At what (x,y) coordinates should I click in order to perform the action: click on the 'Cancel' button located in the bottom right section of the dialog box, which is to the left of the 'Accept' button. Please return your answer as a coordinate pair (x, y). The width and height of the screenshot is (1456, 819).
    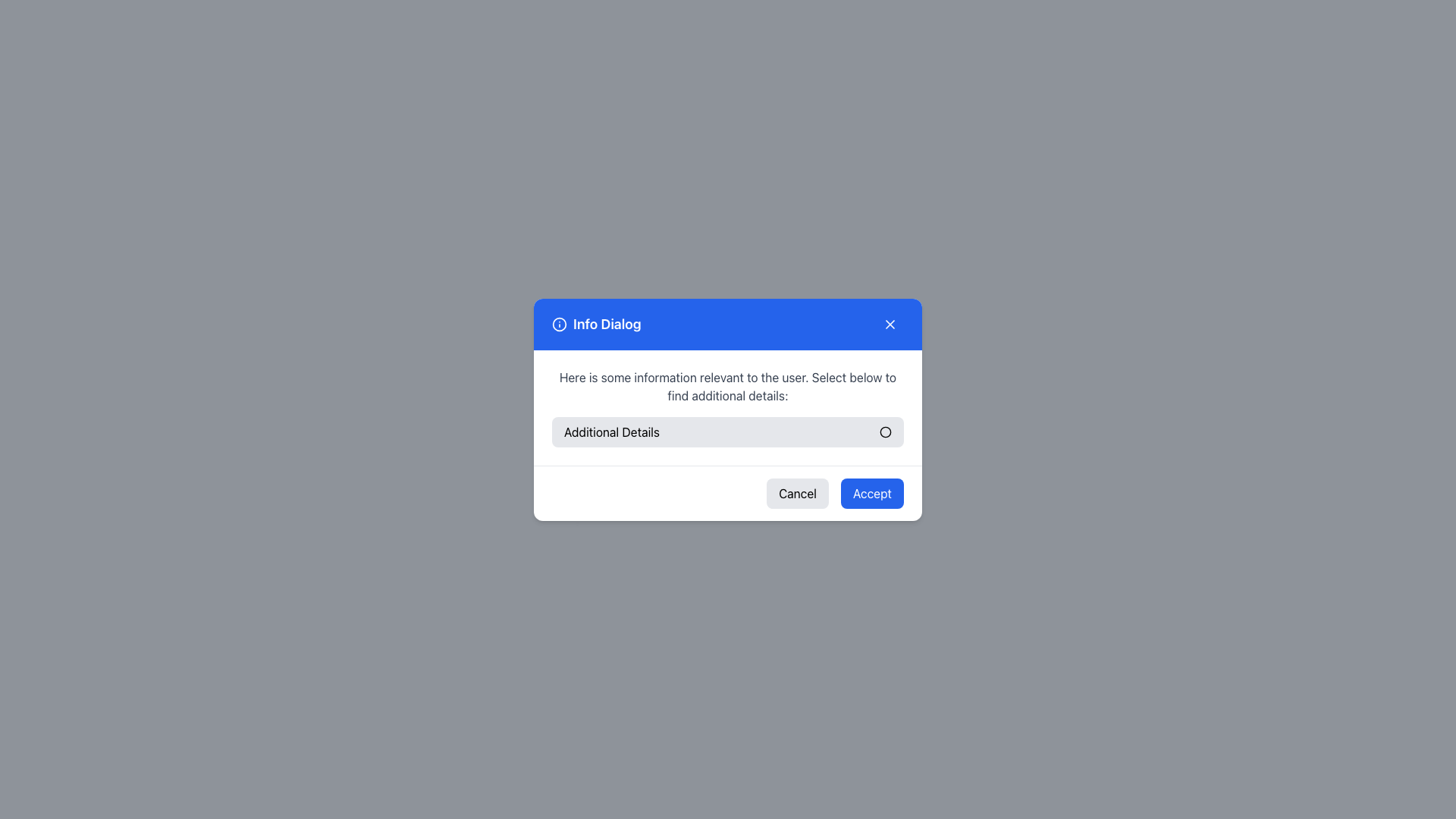
    Looking at the image, I should click on (796, 493).